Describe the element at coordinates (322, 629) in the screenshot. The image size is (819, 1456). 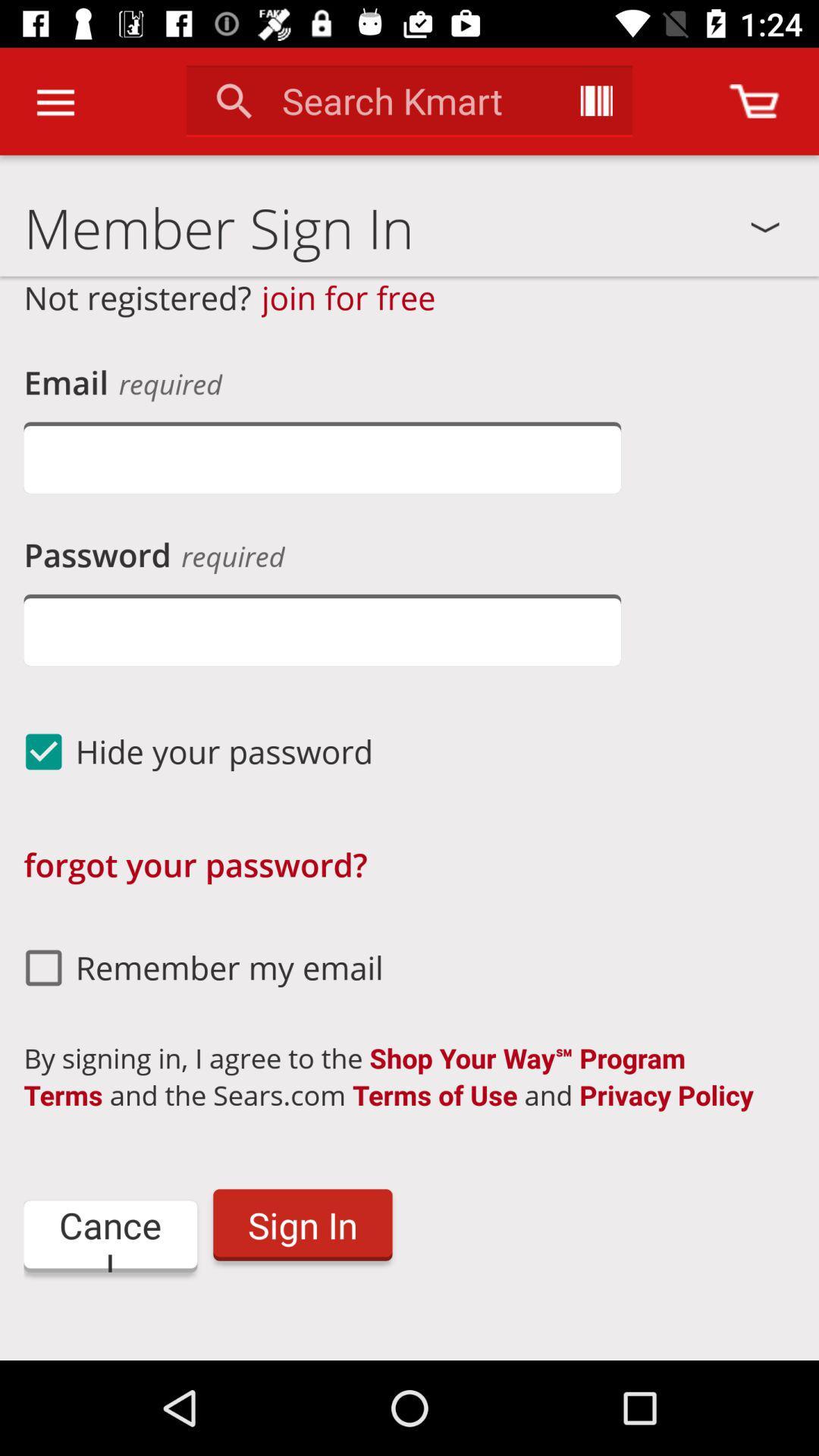
I see `password` at that location.